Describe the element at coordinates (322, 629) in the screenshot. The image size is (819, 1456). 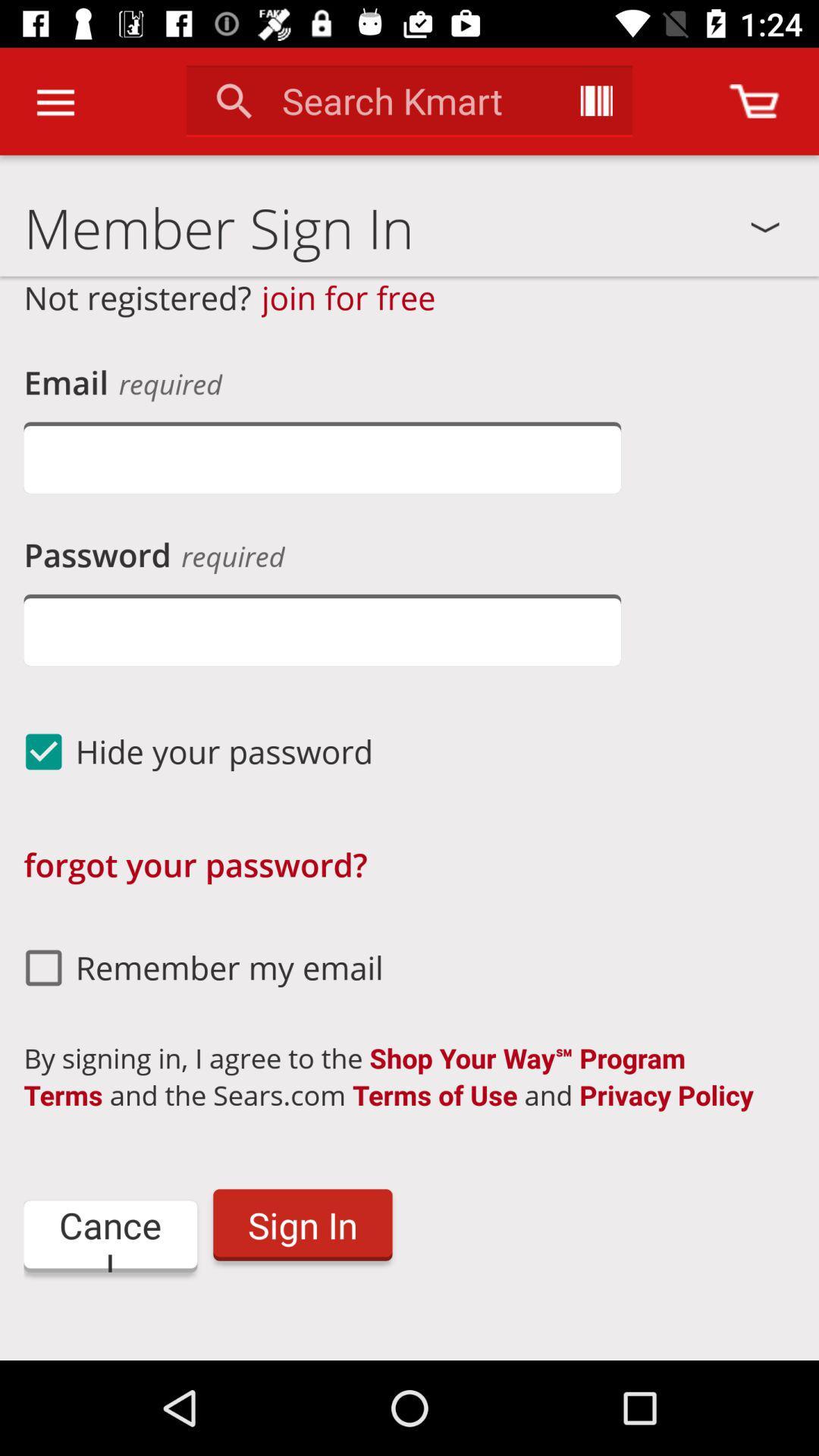
I see `password` at that location.